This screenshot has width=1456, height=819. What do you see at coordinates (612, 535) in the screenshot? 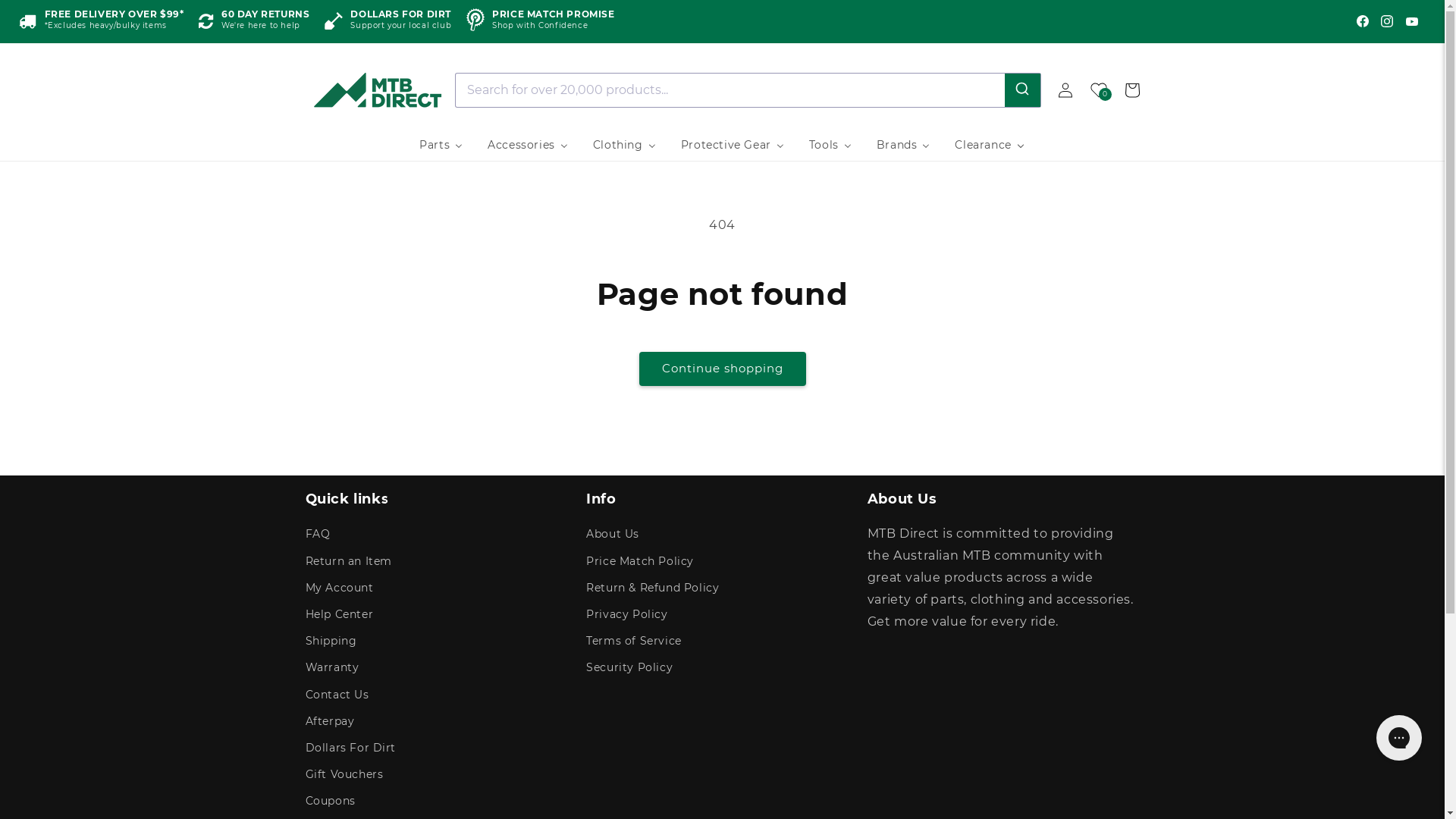
I see `'About Us'` at bounding box center [612, 535].